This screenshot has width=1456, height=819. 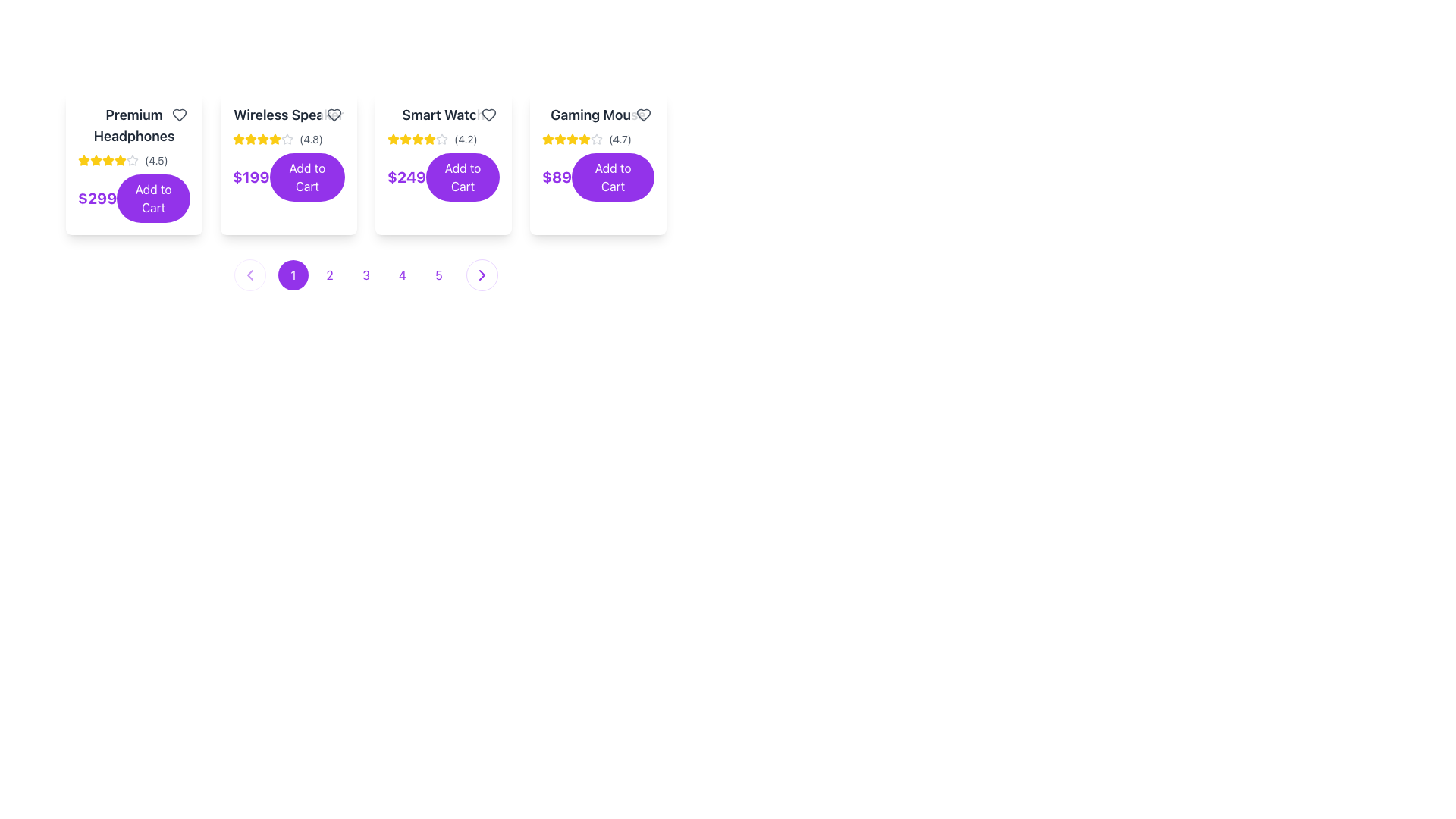 What do you see at coordinates (83, 161) in the screenshot?
I see `the first star icon in the rating section of the Premium Headphones product card, which visually represents a single unit in the 4.5-star rating` at bounding box center [83, 161].